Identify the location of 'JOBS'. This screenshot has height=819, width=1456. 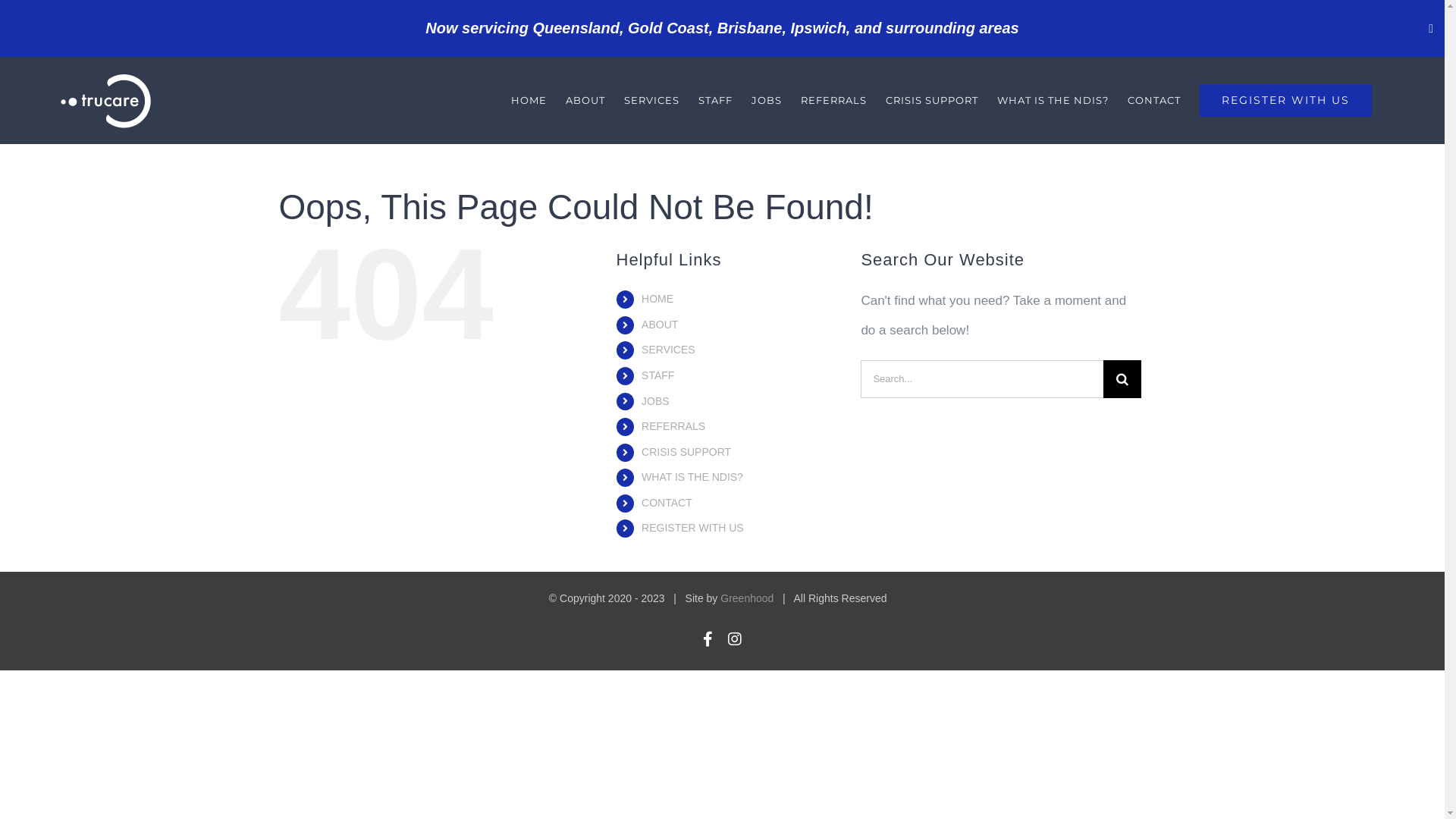
(641, 400).